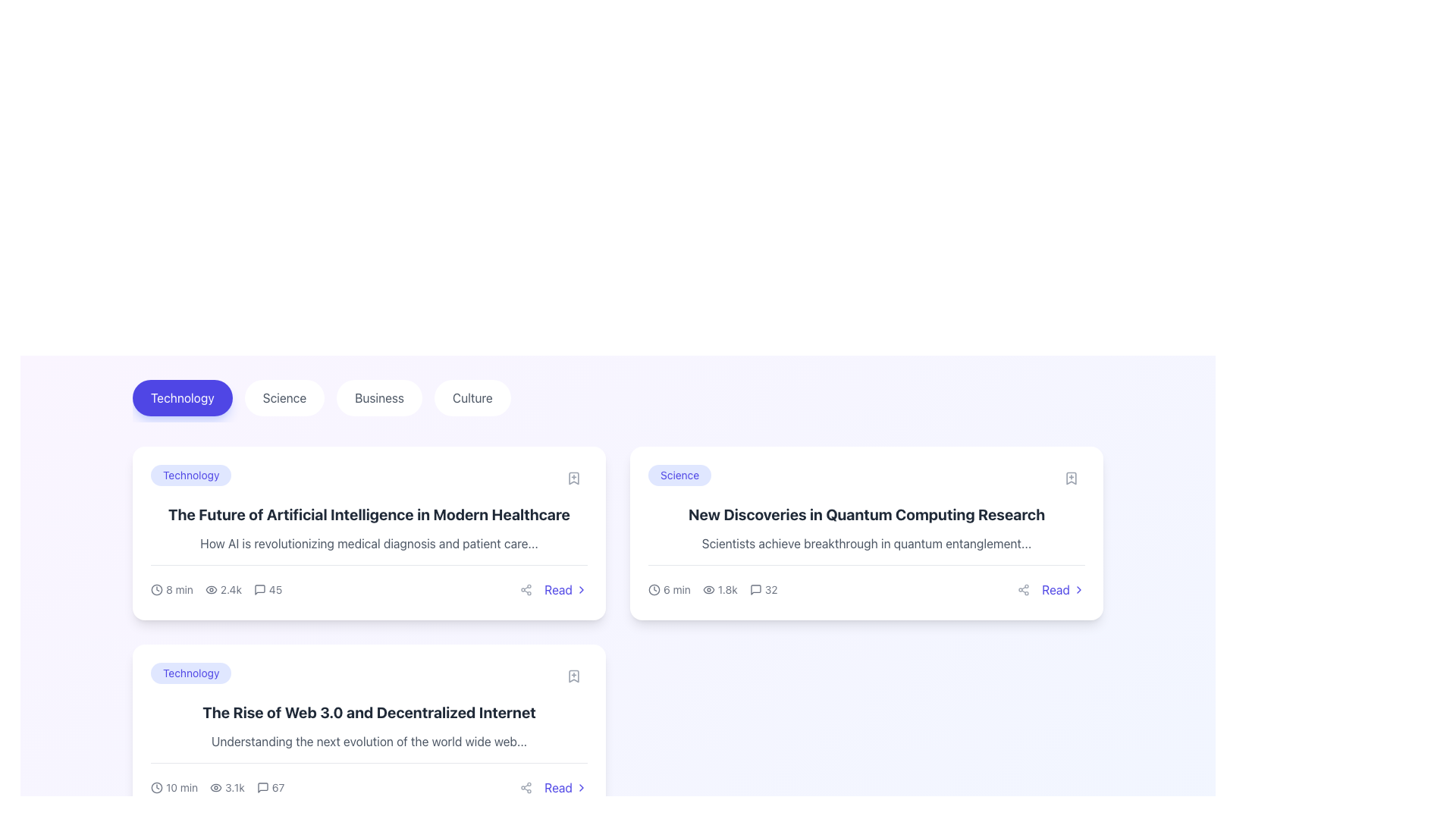  Describe the element at coordinates (573, 675) in the screenshot. I see `the bookmark icon button located at the top right corner of the article card for 'The Rise of Web 3.0 and Decentralized Internet' to bookmark the article` at that location.